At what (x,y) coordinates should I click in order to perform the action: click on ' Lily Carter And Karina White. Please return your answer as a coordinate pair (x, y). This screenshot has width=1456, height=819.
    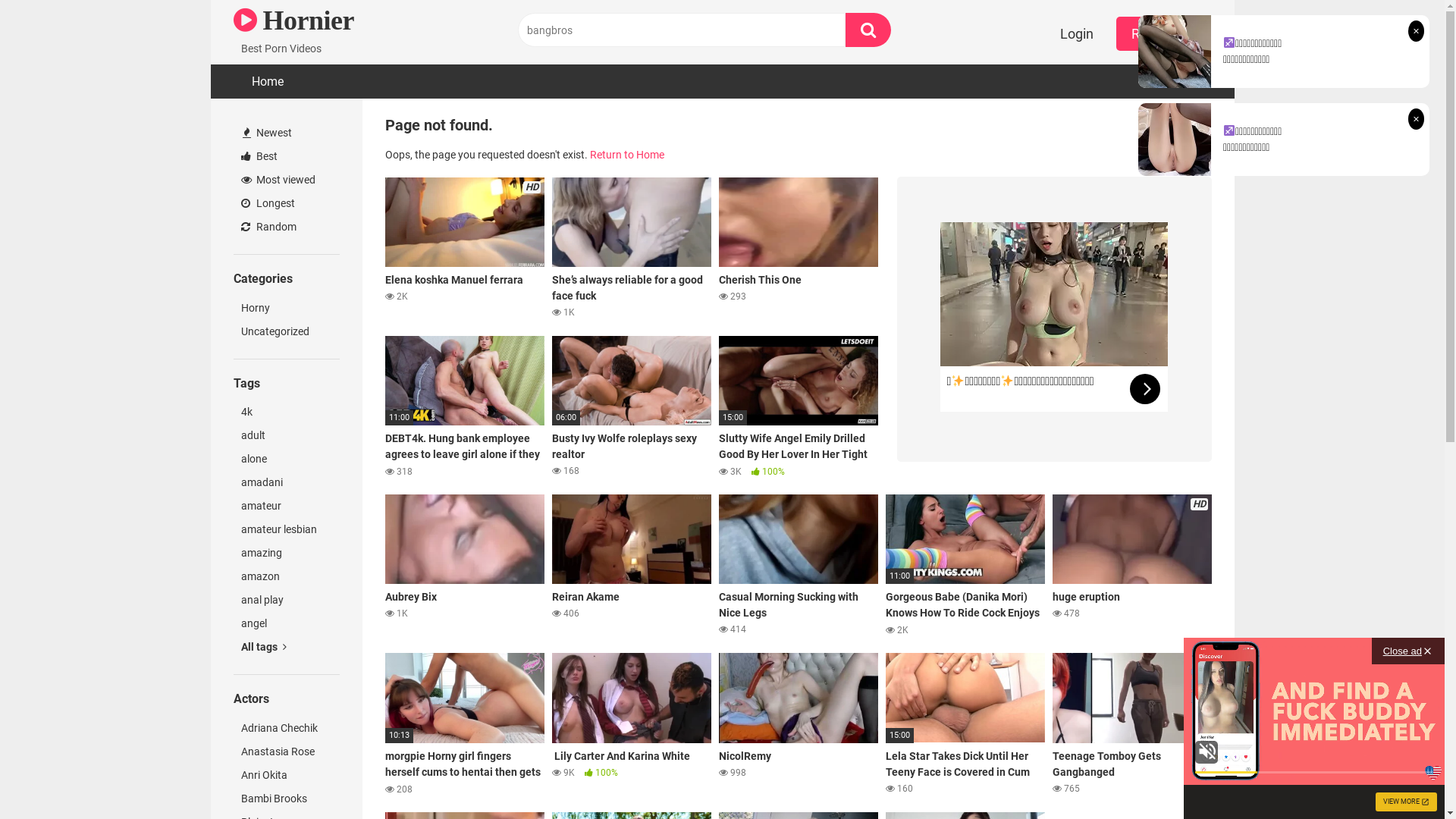
    Looking at the image, I should click on (551, 723).